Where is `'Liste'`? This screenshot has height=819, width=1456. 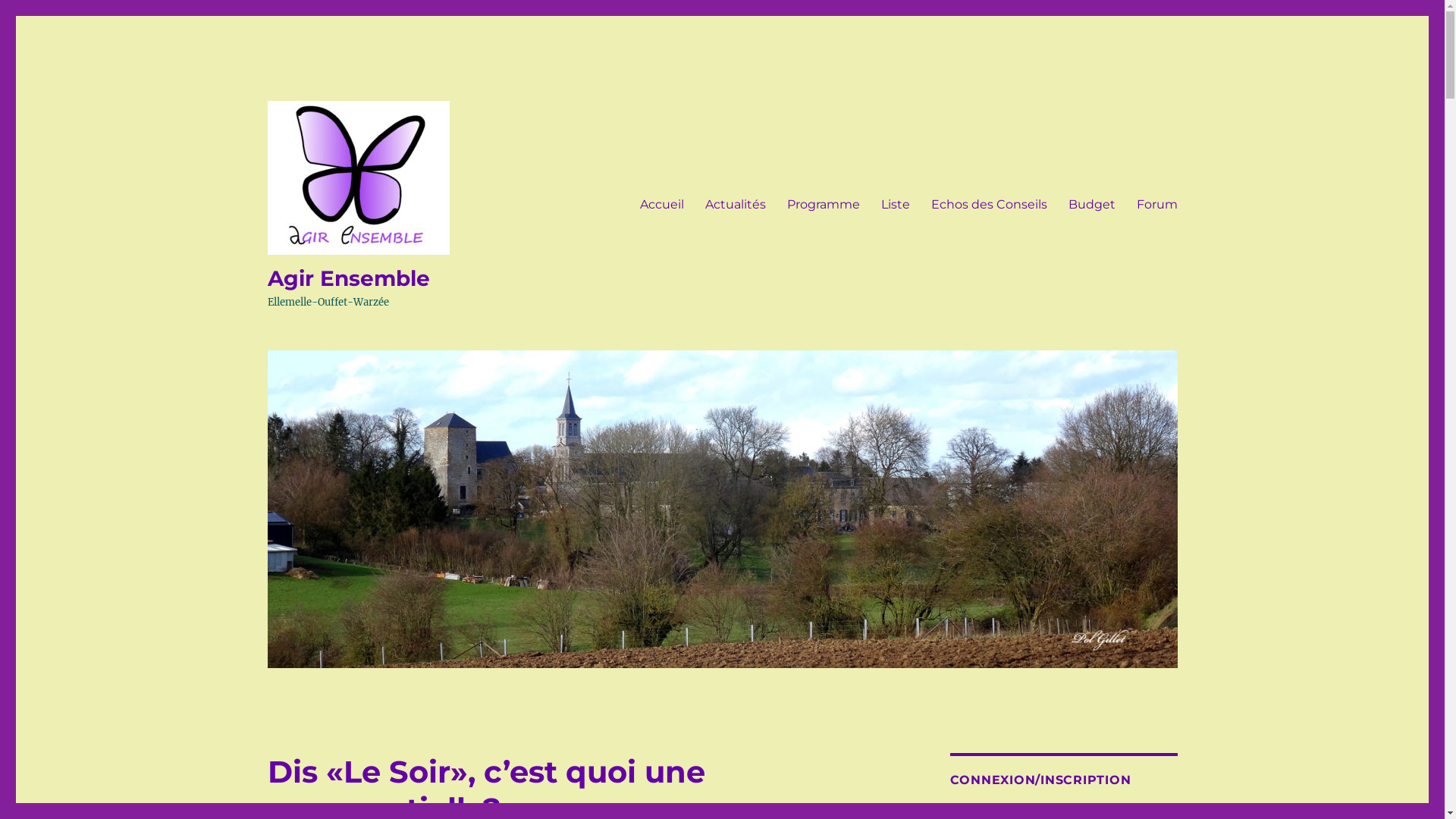
'Liste' is located at coordinates (895, 203).